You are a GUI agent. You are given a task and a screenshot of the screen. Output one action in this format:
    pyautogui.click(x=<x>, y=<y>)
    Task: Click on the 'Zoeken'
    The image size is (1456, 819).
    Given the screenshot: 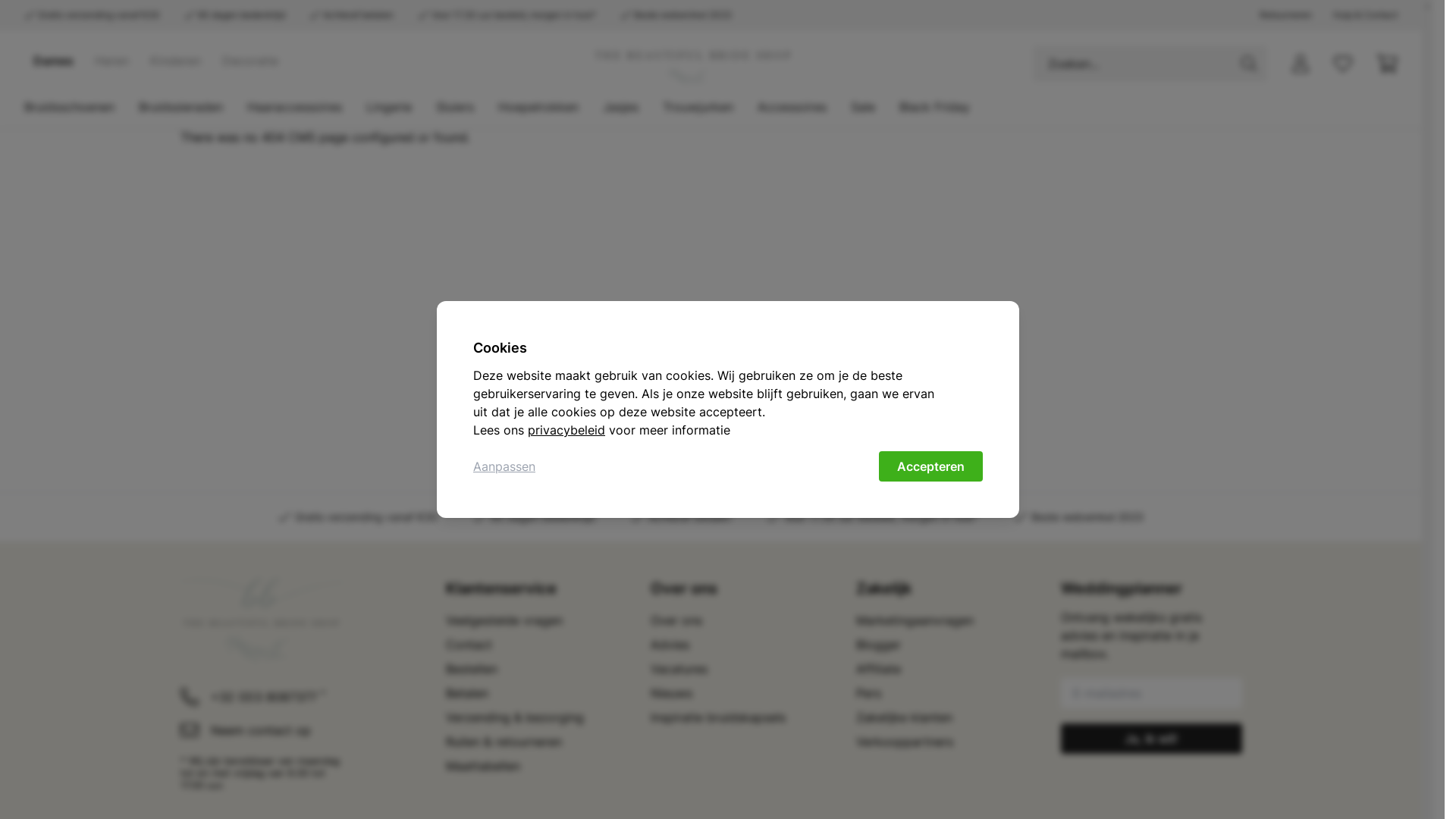 What is the action you would take?
    pyautogui.click(x=1248, y=63)
    